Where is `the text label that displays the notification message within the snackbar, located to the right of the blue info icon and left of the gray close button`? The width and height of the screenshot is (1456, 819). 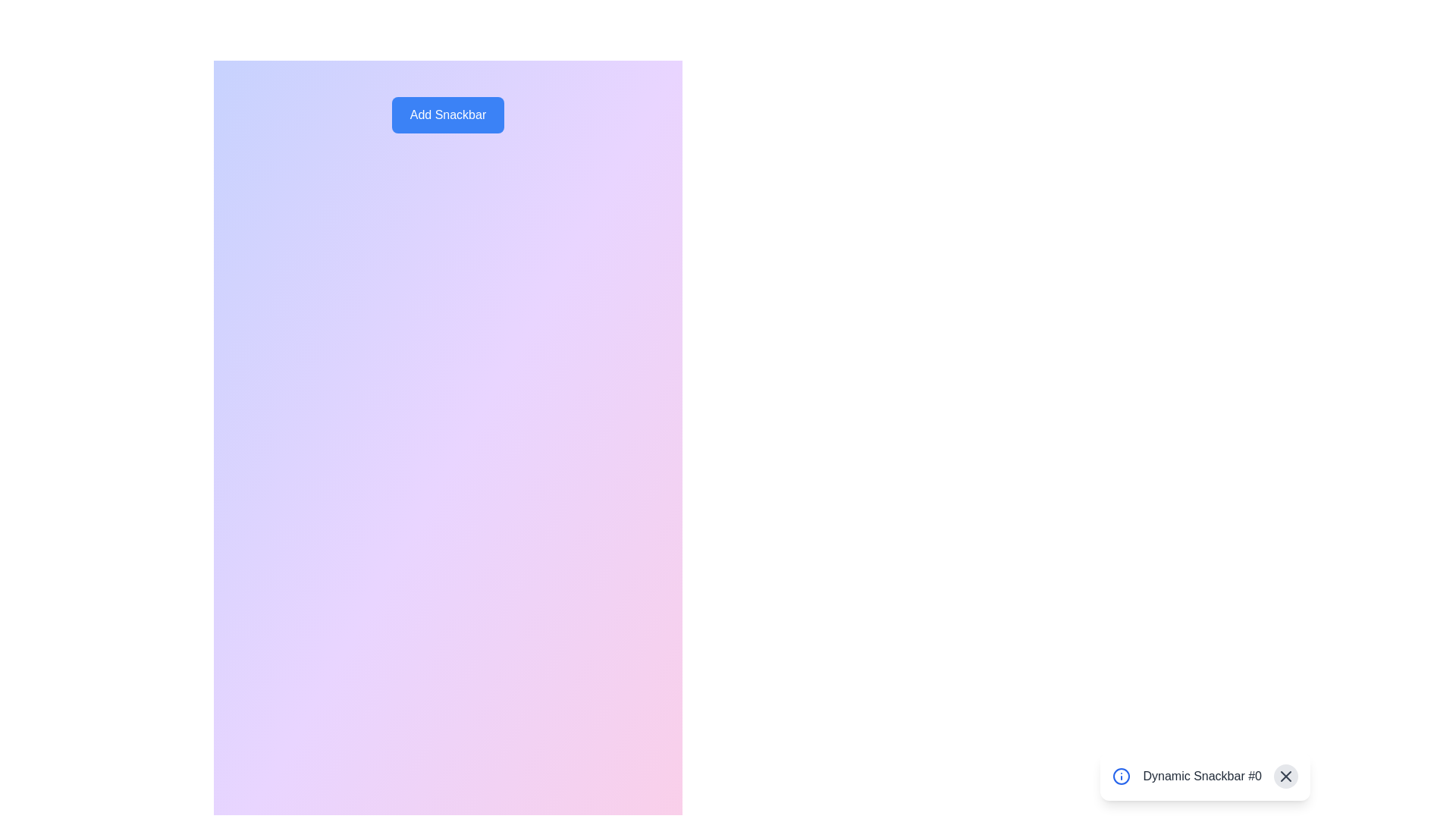 the text label that displays the notification message within the snackbar, located to the right of the blue info icon and left of the gray close button is located at coordinates (1201, 776).